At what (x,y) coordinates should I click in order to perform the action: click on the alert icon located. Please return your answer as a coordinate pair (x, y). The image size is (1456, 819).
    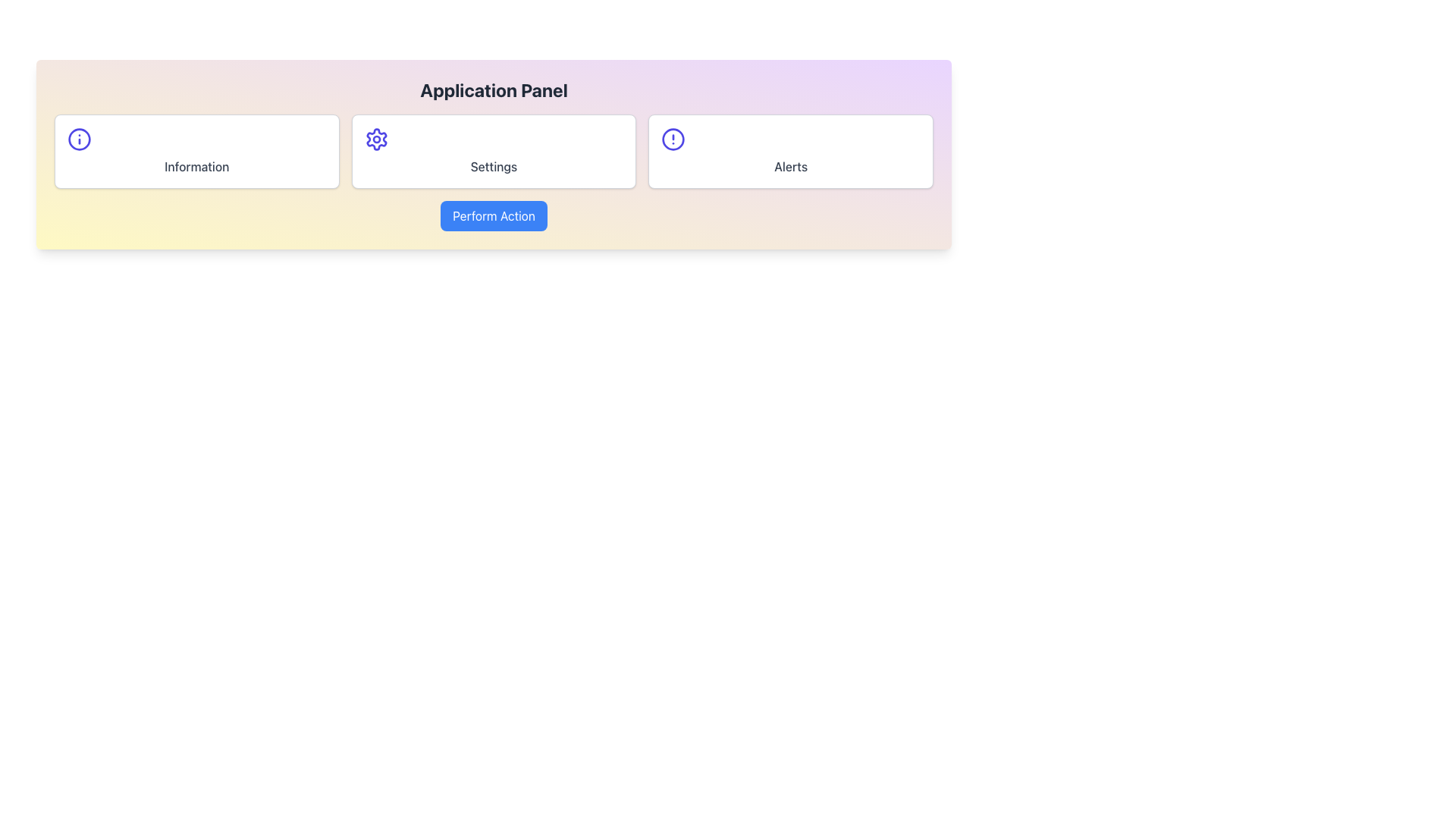
    Looking at the image, I should click on (673, 140).